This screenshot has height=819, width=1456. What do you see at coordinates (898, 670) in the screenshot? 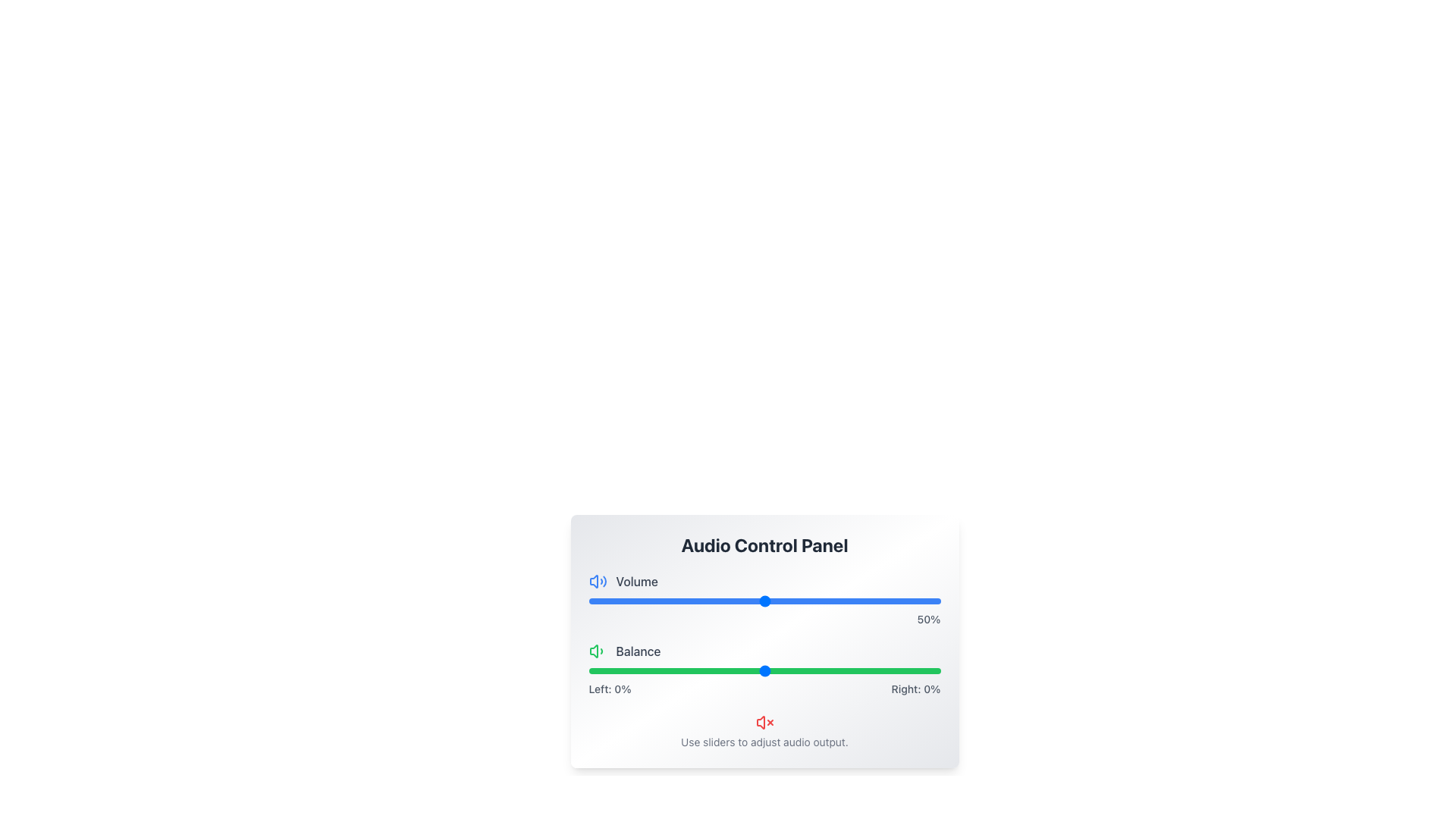
I see `the balance` at bounding box center [898, 670].